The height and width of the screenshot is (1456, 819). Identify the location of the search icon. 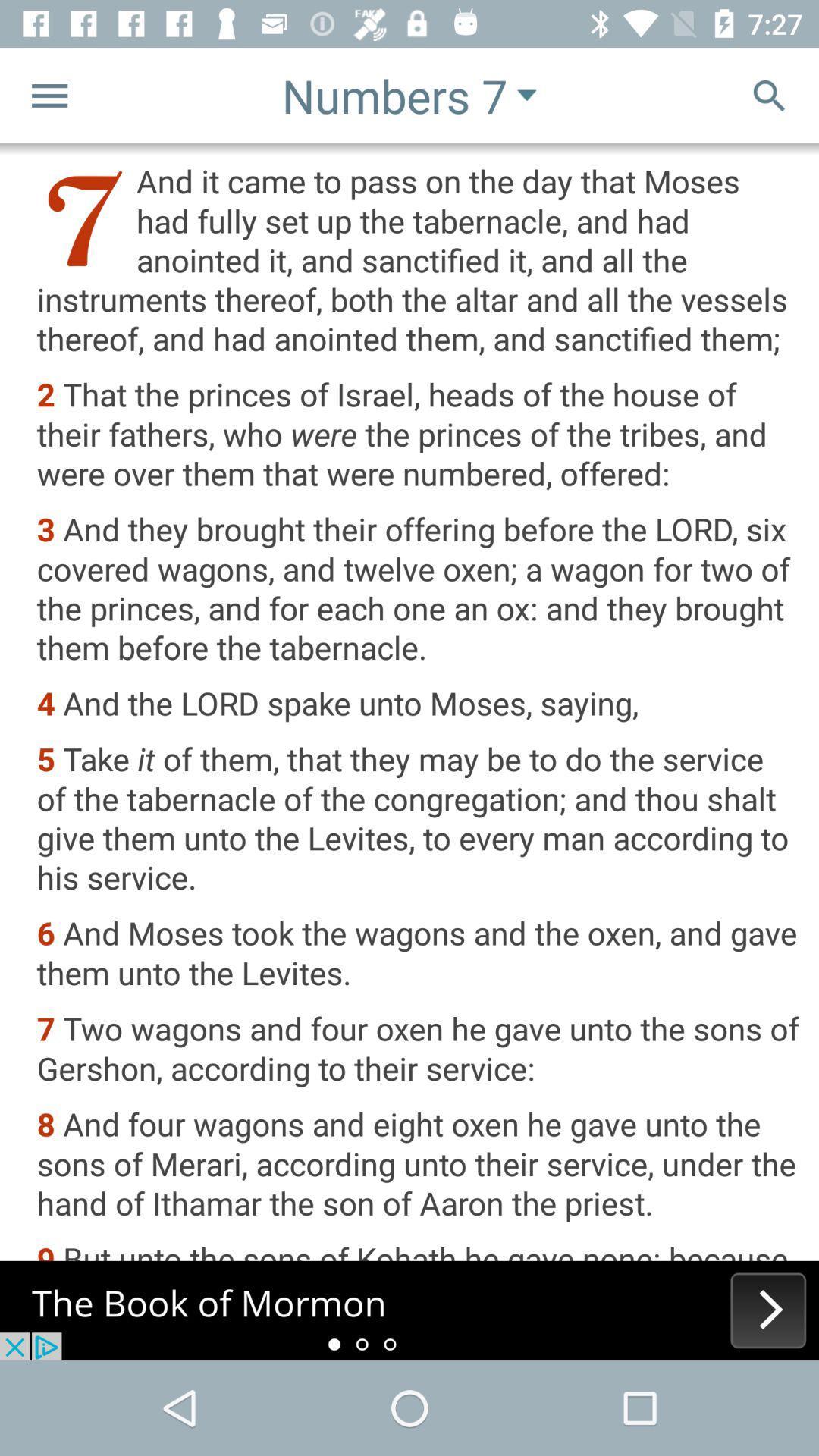
(769, 94).